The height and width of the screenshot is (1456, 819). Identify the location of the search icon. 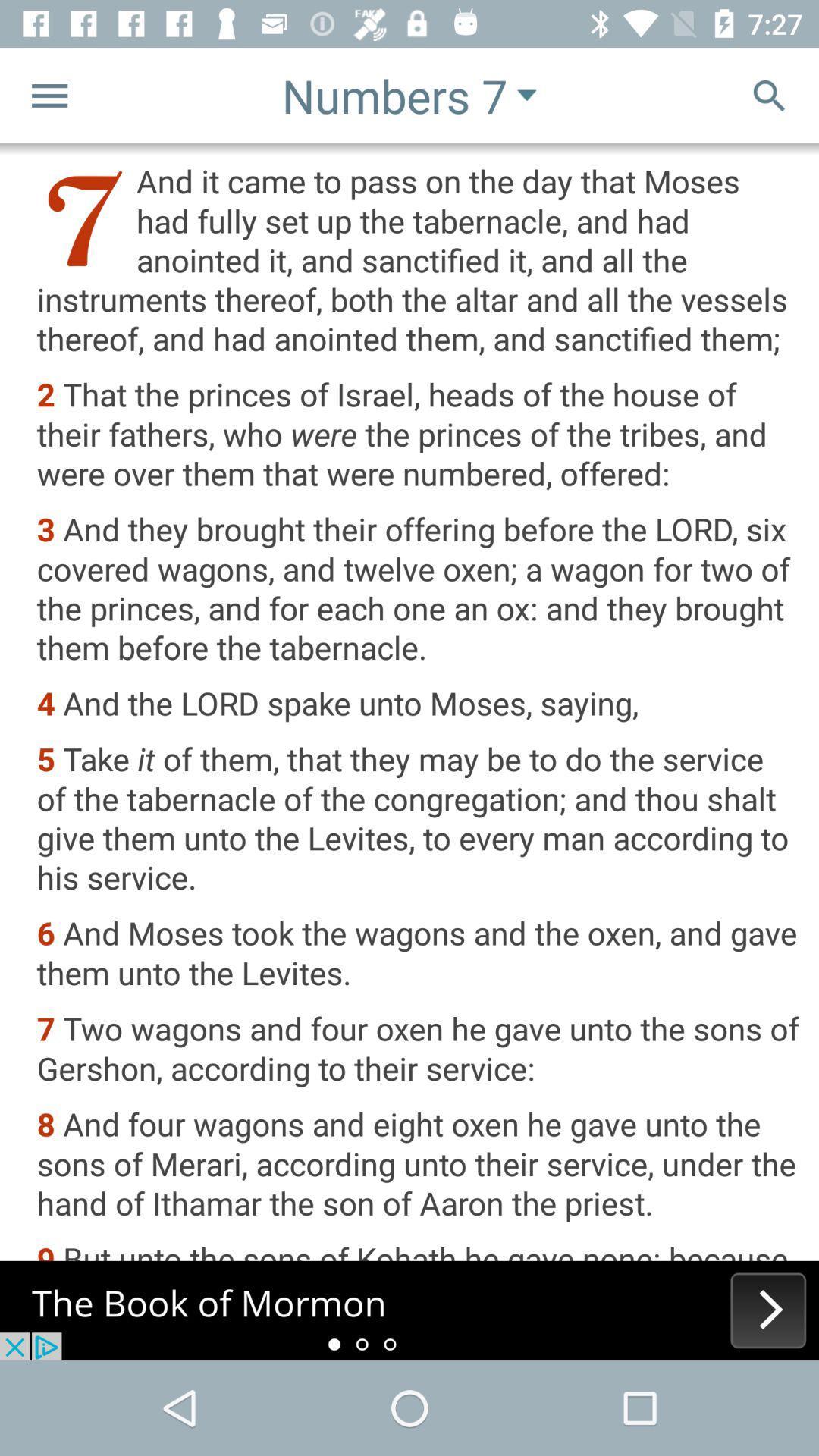
(769, 94).